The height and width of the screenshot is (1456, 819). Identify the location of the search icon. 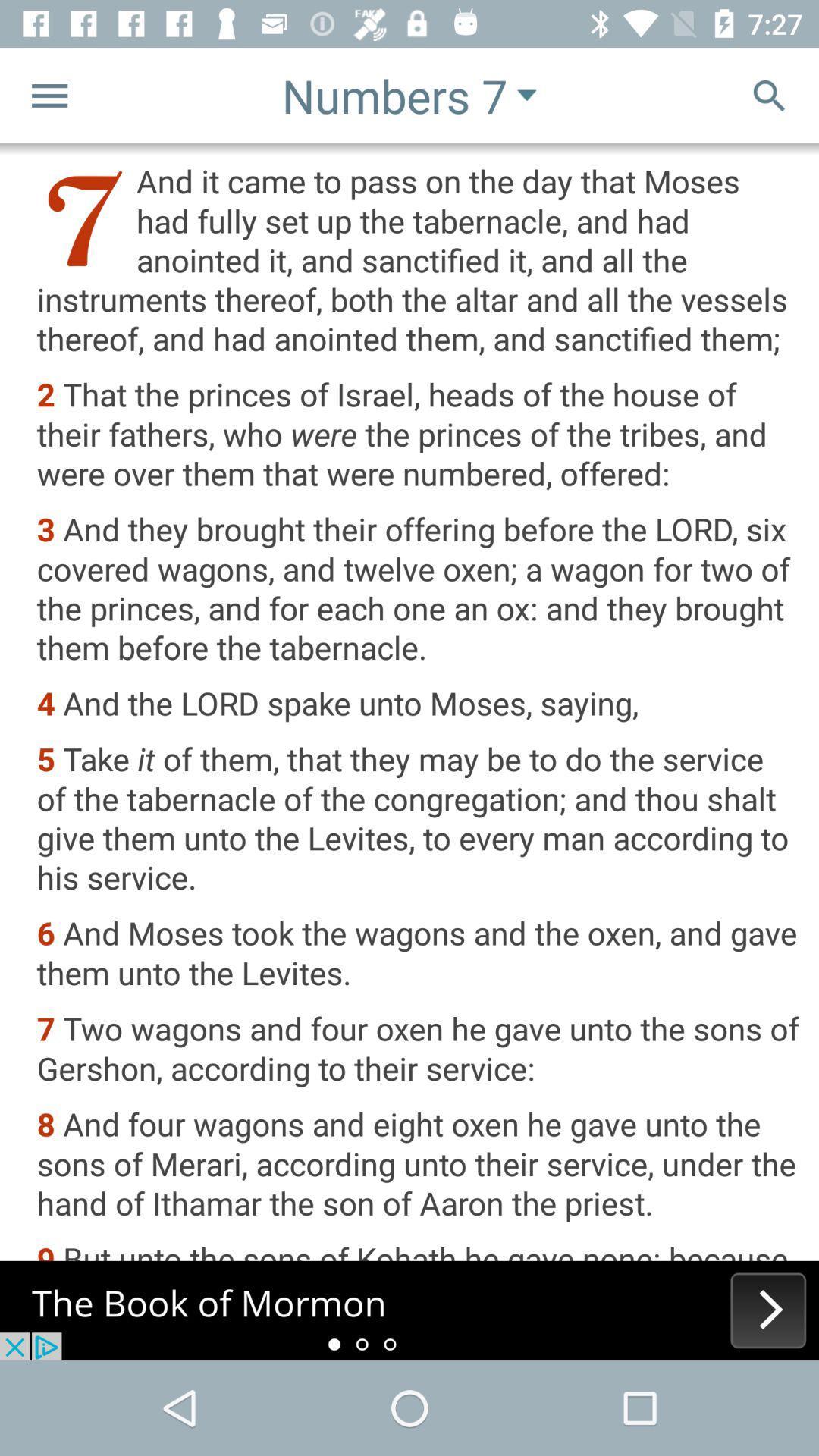
(769, 94).